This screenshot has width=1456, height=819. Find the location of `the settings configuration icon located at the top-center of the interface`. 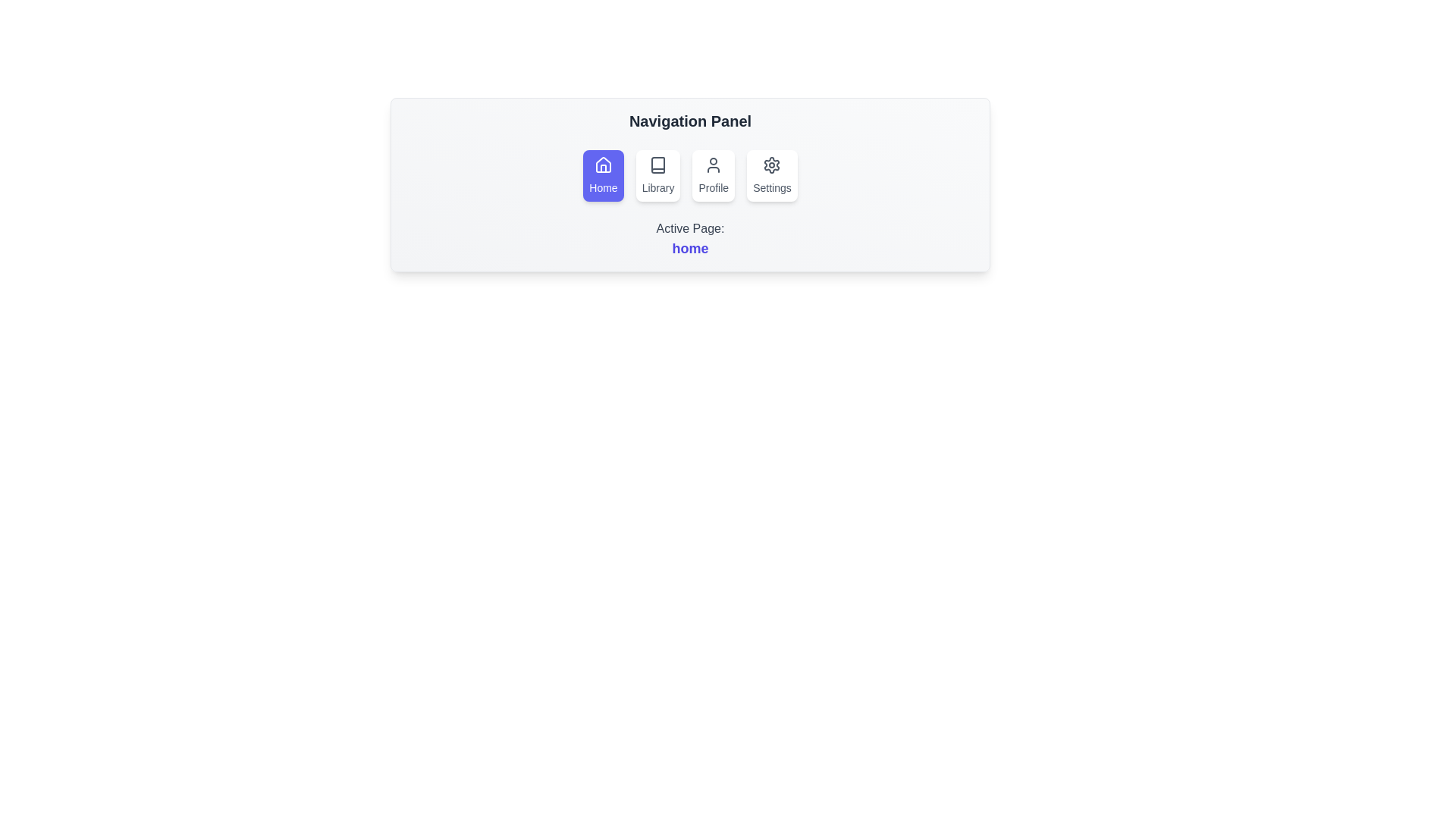

the settings configuration icon located at the top-center of the interface is located at coordinates (772, 165).